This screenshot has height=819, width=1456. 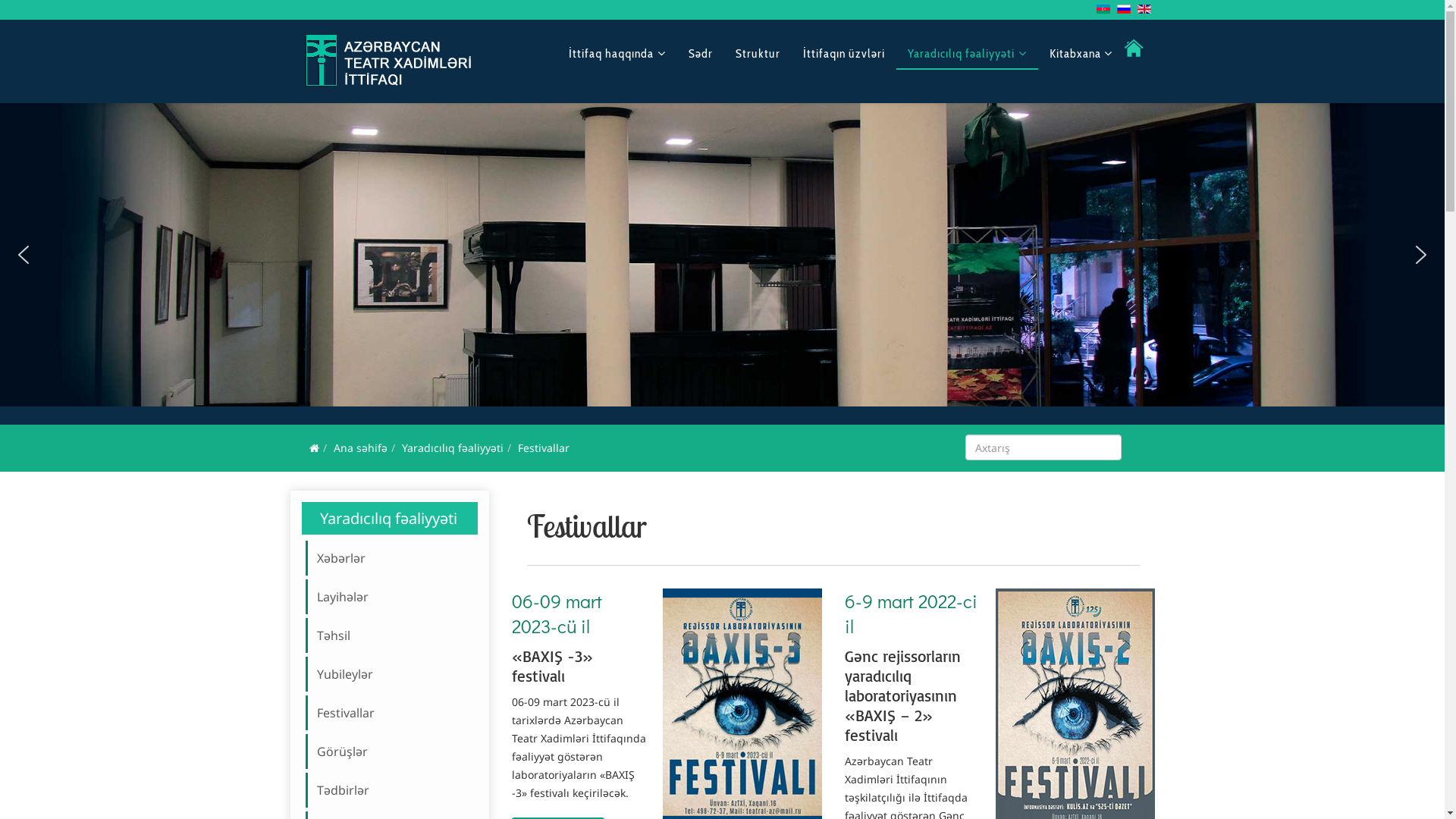 What do you see at coordinates (1103, 8) in the screenshot?
I see `'Azerbaijan (az-AZ)'` at bounding box center [1103, 8].